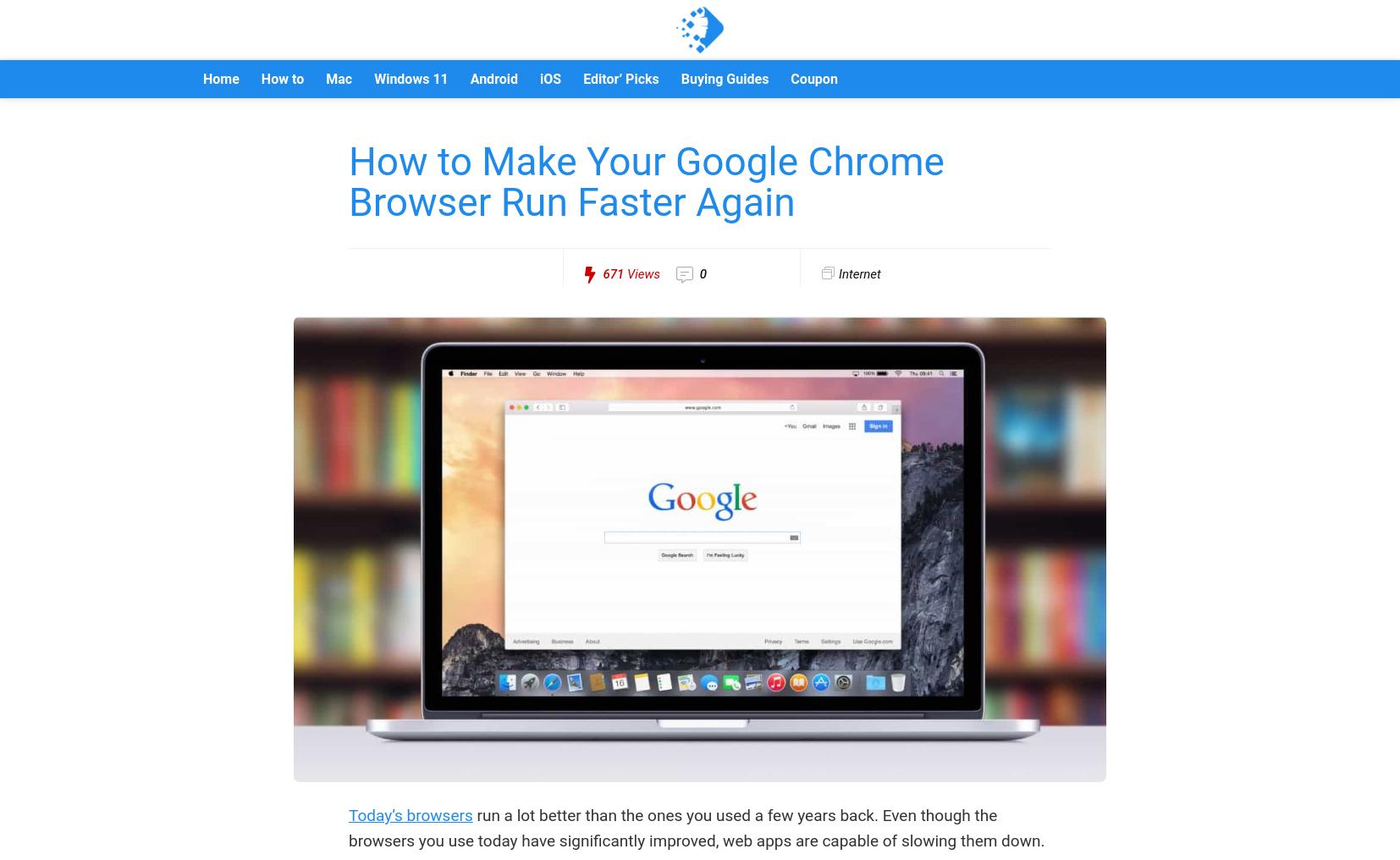 This screenshot has height=860, width=1400. What do you see at coordinates (699, 274) in the screenshot?
I see `'0'` at bounding box center [699, 274].